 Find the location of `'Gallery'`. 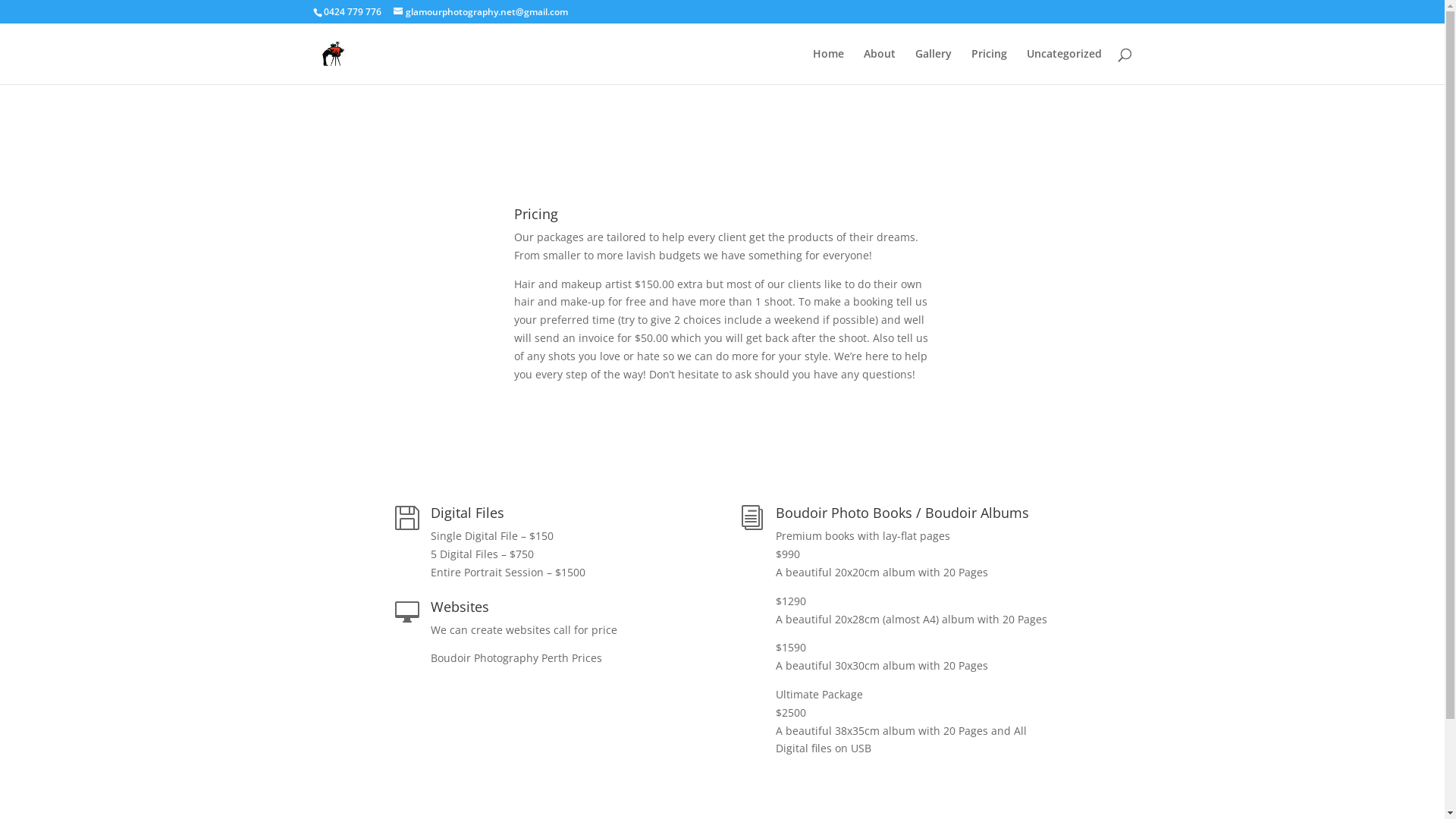

'Gallery' is located at coordinates (931, 65).